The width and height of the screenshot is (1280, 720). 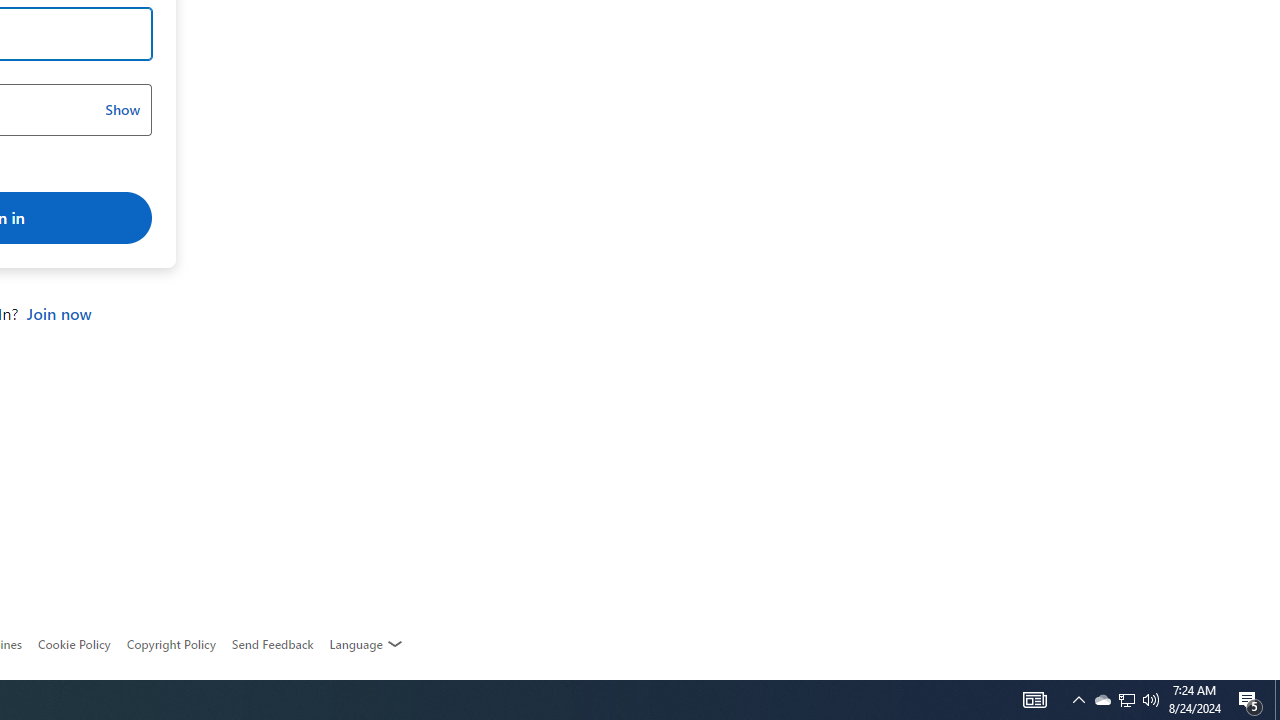 What do you see at coordinates (366, 644) in the screenshot?
I see `'Language'` at bounding box center [366, 644].